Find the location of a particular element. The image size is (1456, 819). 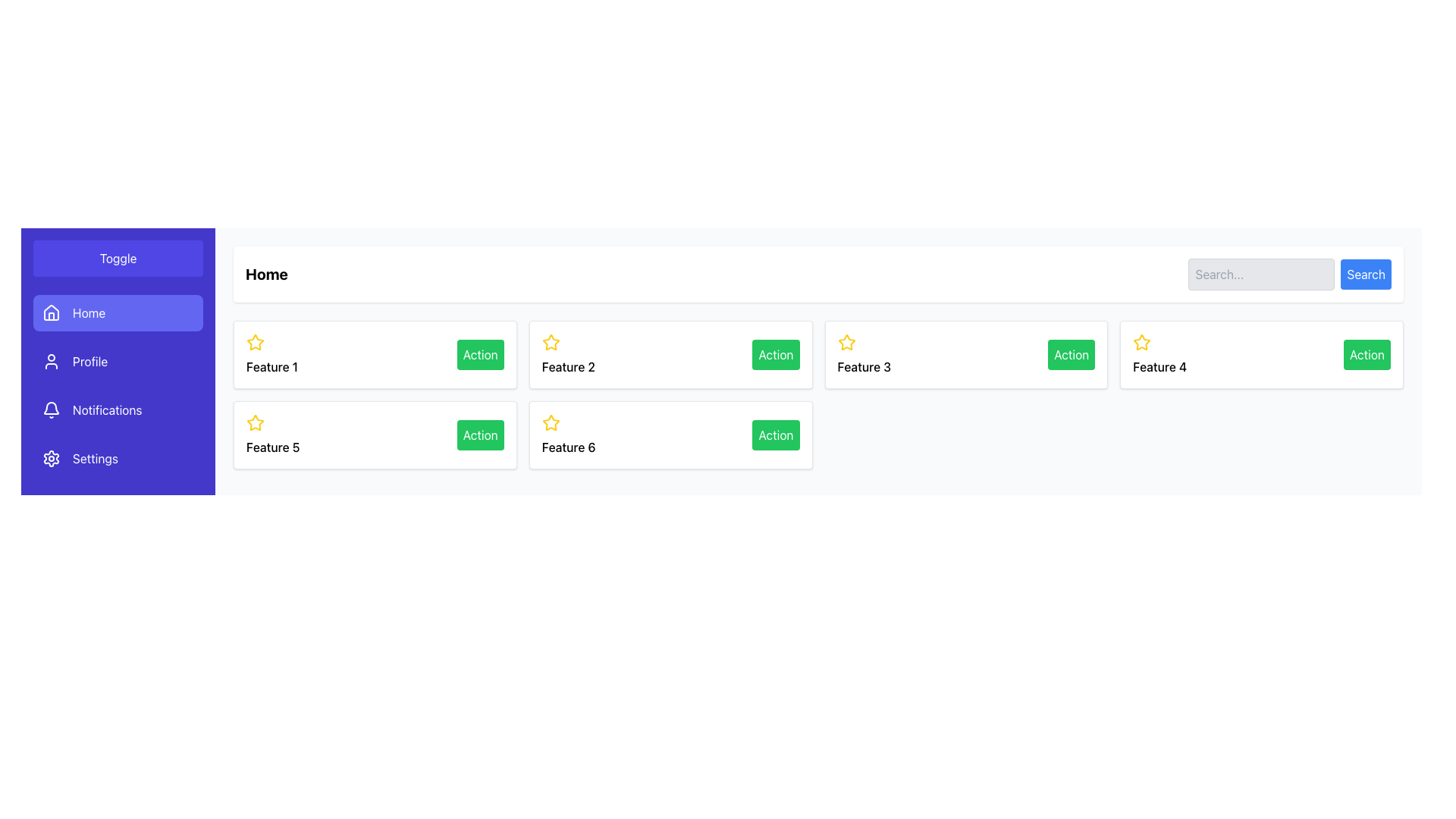

descriptive text from the Text Label in the third feature card in the upper row, located between a yellow star icon and a green 'Action' button is located at coordinates (864, 366).